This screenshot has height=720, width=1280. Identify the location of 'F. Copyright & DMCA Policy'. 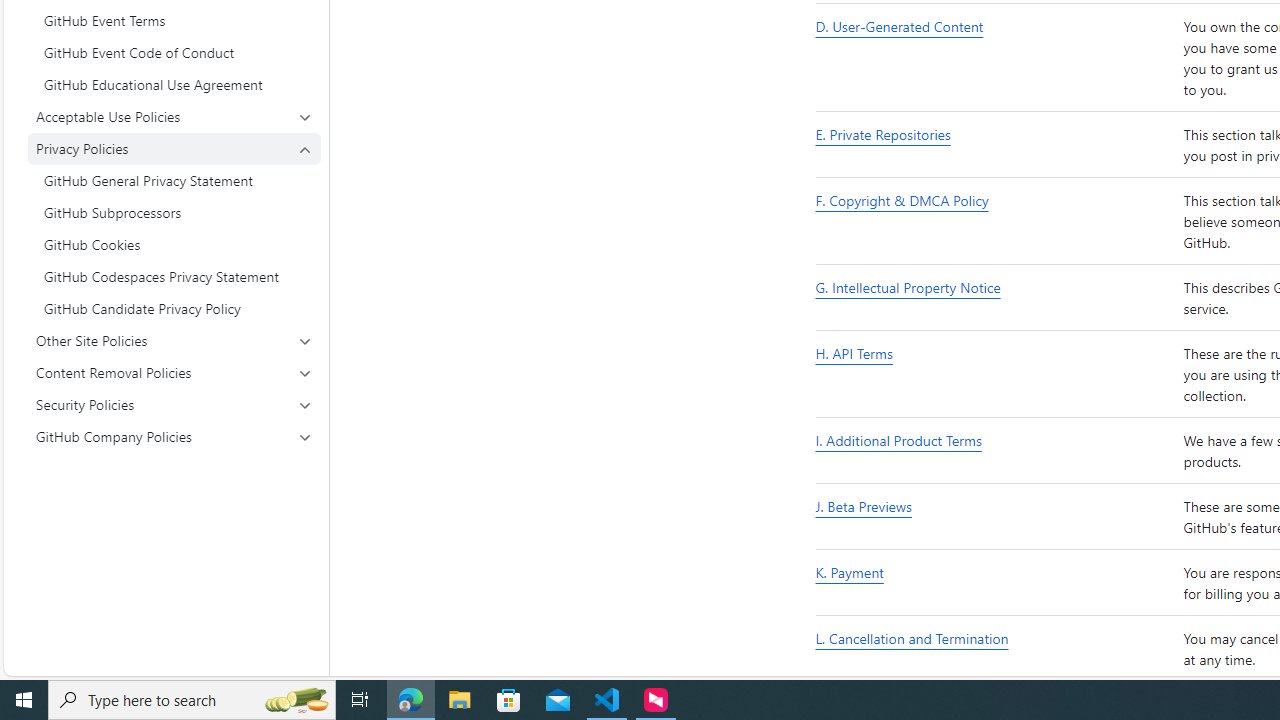
(995, 221).